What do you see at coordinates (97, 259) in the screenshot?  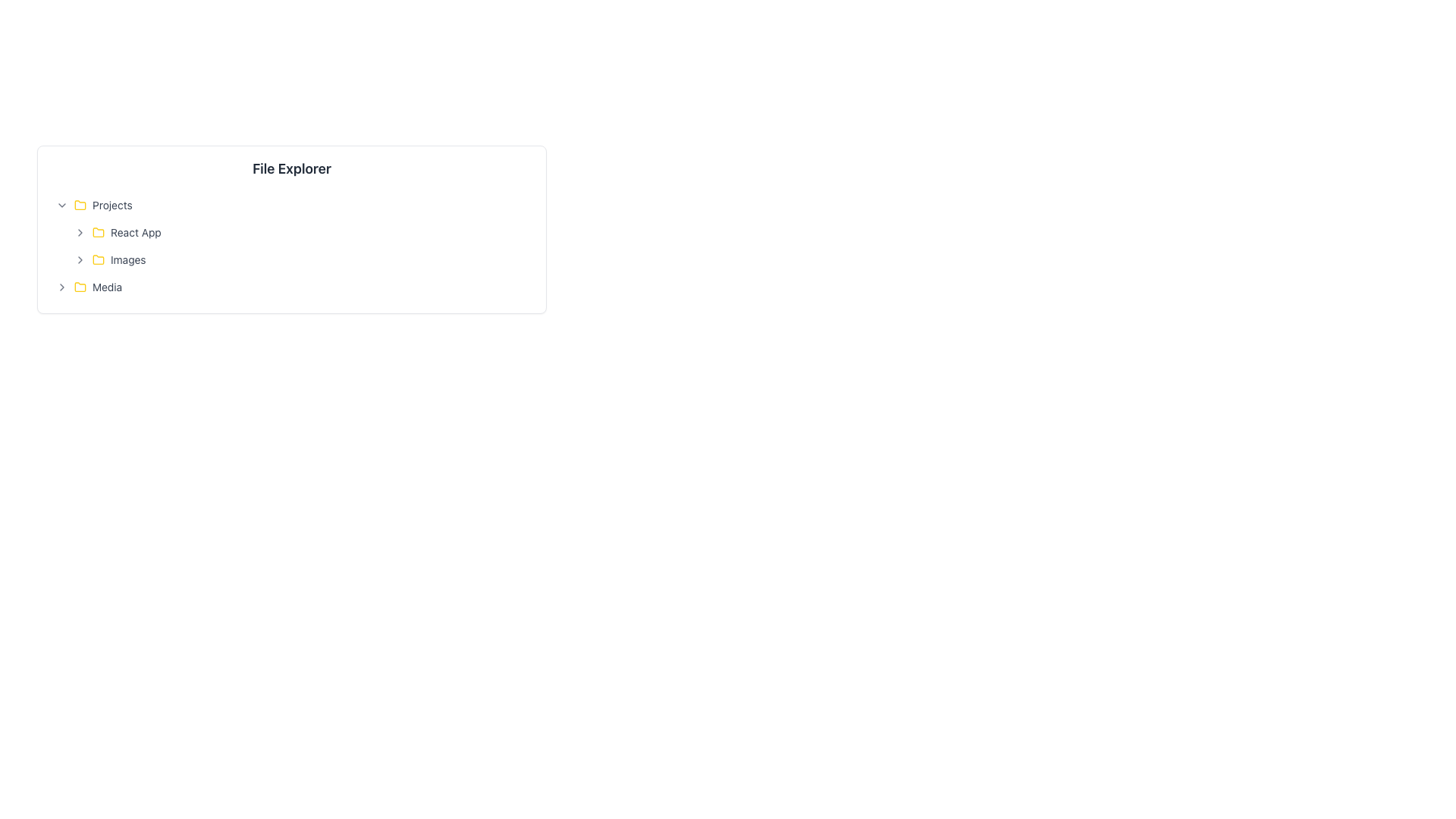 I see `the folder icon with a yellow outline representing 'Images'` at bounding box center [97, 259].